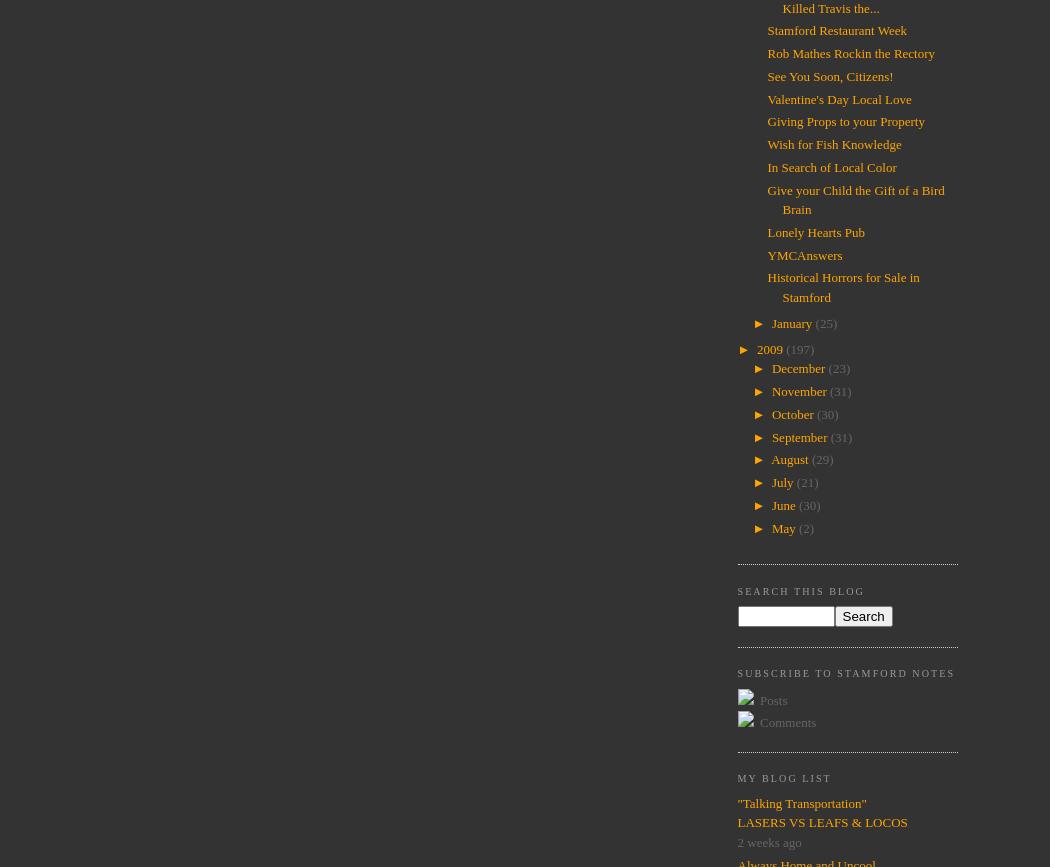 The height and width of the screenshot is (867, 1050). Describe the element at coordinates (784, 503) in the screenshot. I see `'June'` at that location.